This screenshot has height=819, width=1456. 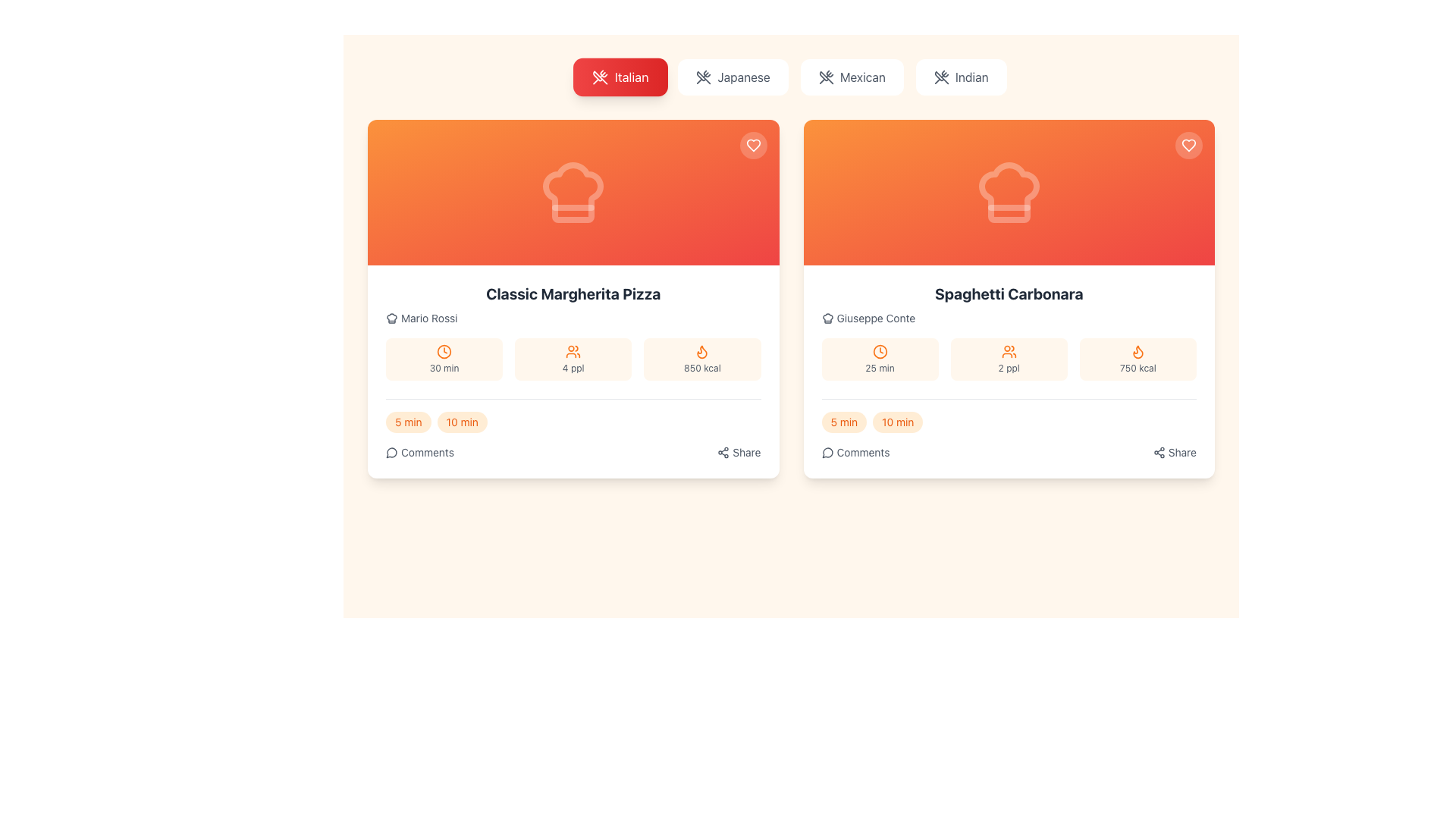 What do you see at coordinates (1188, 146) in the screenshot?
I see `the heart icon button located at the top-right corner of the red gradient header of the second card` at bounding box center [1188, 146].